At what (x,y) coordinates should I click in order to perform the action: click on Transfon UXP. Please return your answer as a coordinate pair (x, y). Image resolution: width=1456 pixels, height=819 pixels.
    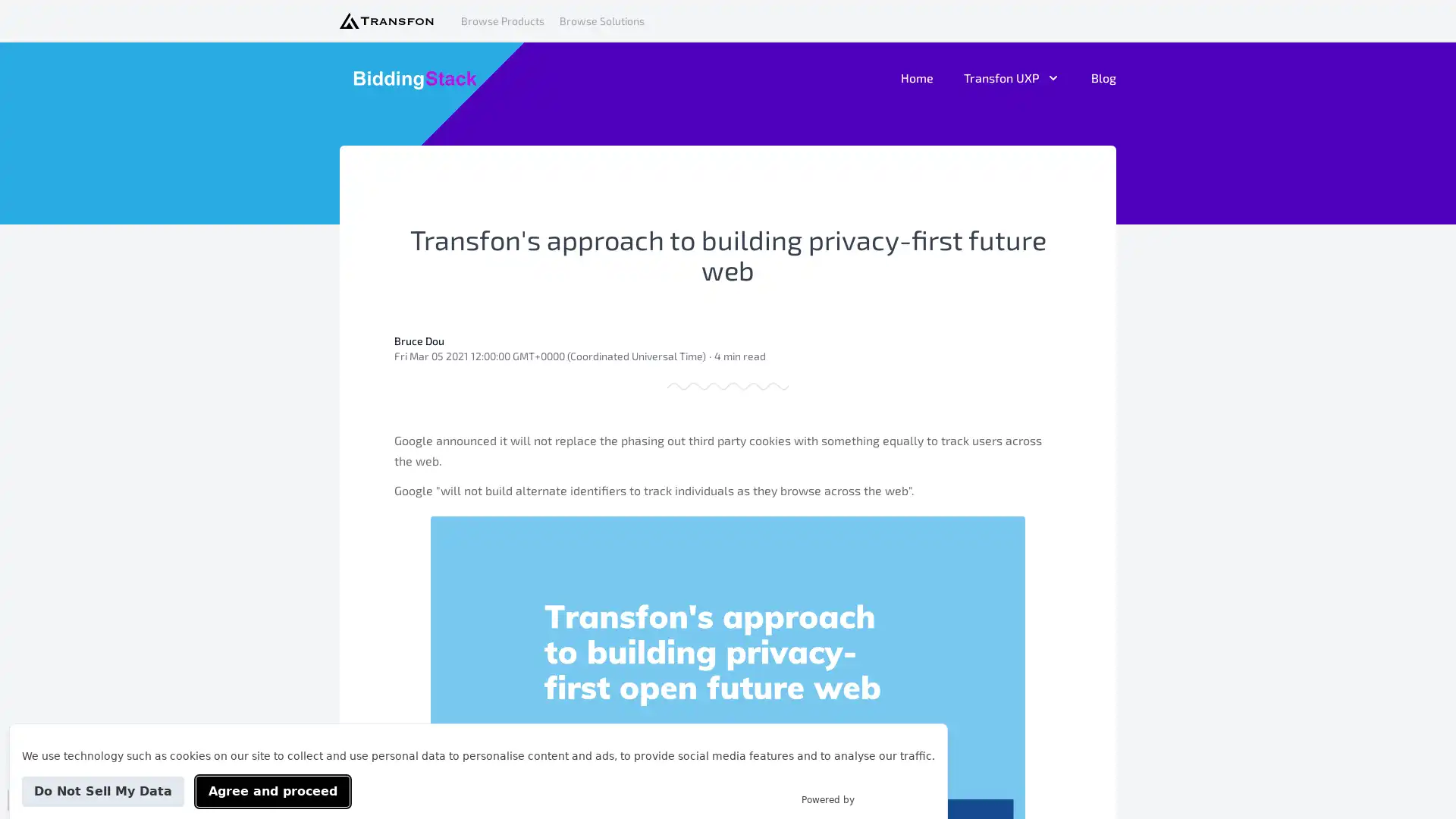
    Looking at the image, I should click on (1012, 78).